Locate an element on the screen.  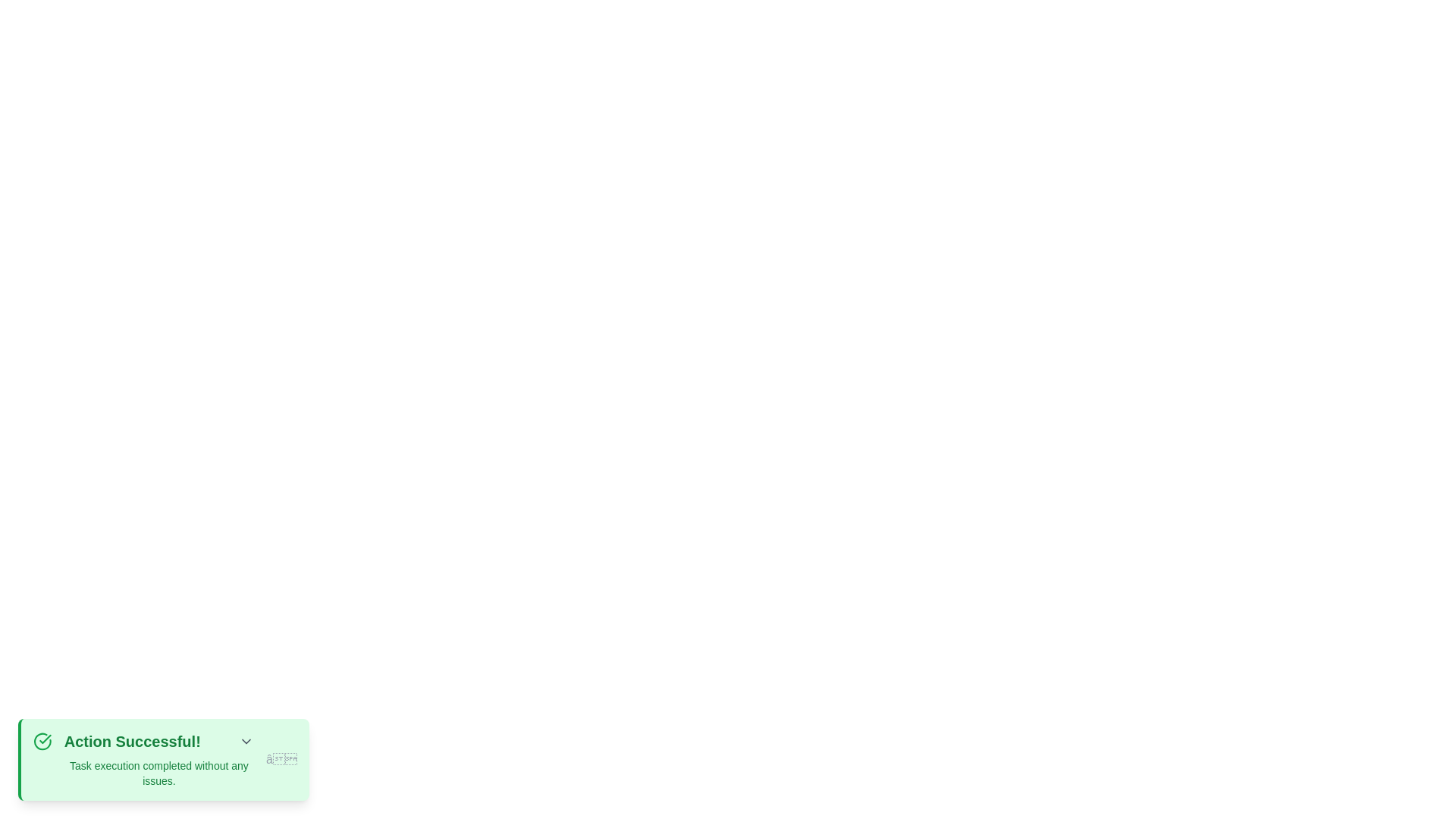
the toggle button to toggle the visibility of additional details is located at coordinates (246, 741).